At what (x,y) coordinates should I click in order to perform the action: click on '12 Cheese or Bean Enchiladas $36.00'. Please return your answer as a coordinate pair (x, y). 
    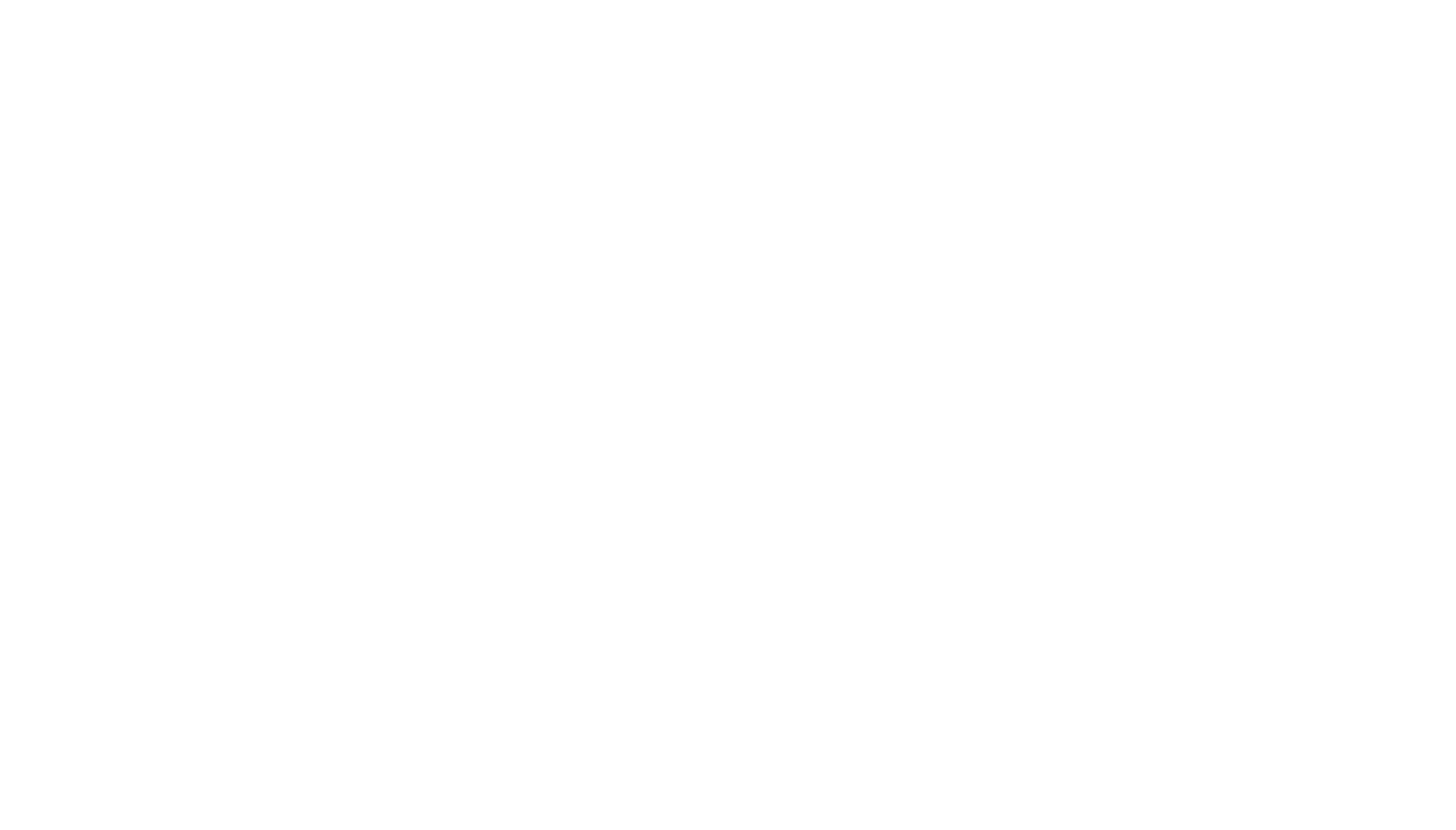
    Looking at the image, I should click on (490, 270).